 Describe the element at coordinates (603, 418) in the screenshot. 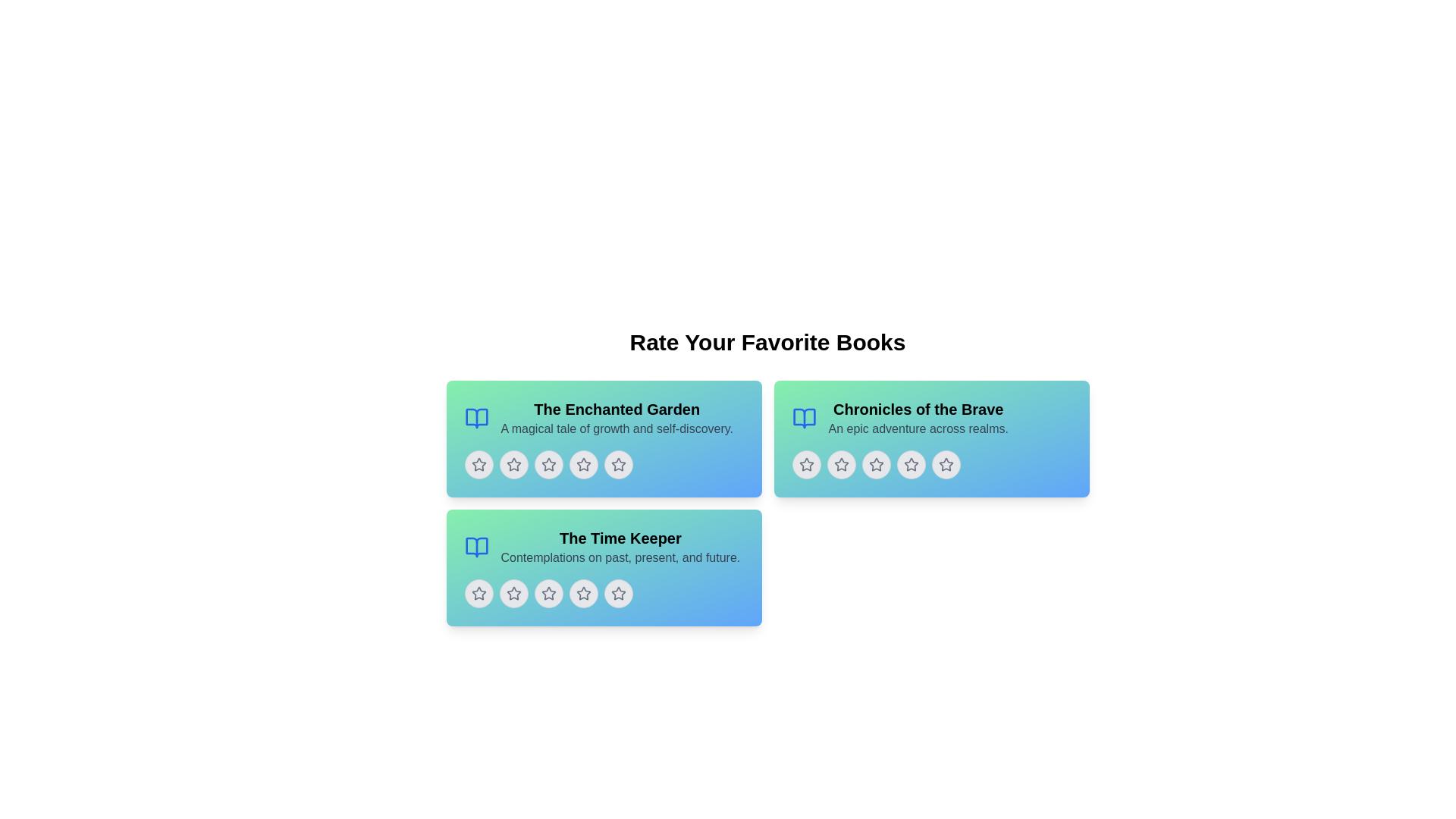

I see `information displayed in the text block with a title and description located in the top-left card of the grid, which is centrally aligned above the rating stars` at that location.